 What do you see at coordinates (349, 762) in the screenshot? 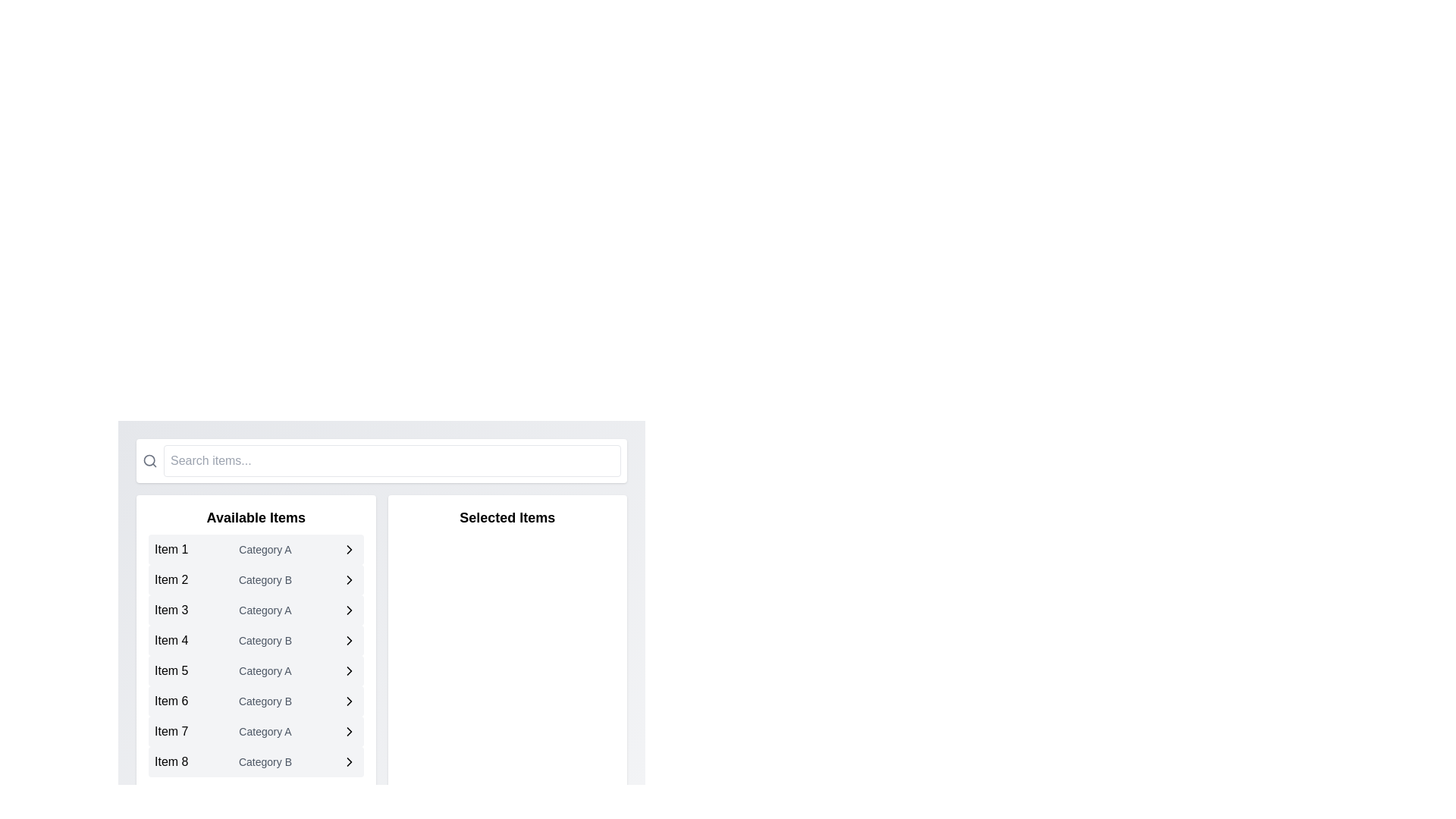
I see `the right-pointing chevron icon located to the right of 'Item 8' and 'Category B' label in the bottom-most list item of the 'Available Items' section` at bounding box center [349, 762].